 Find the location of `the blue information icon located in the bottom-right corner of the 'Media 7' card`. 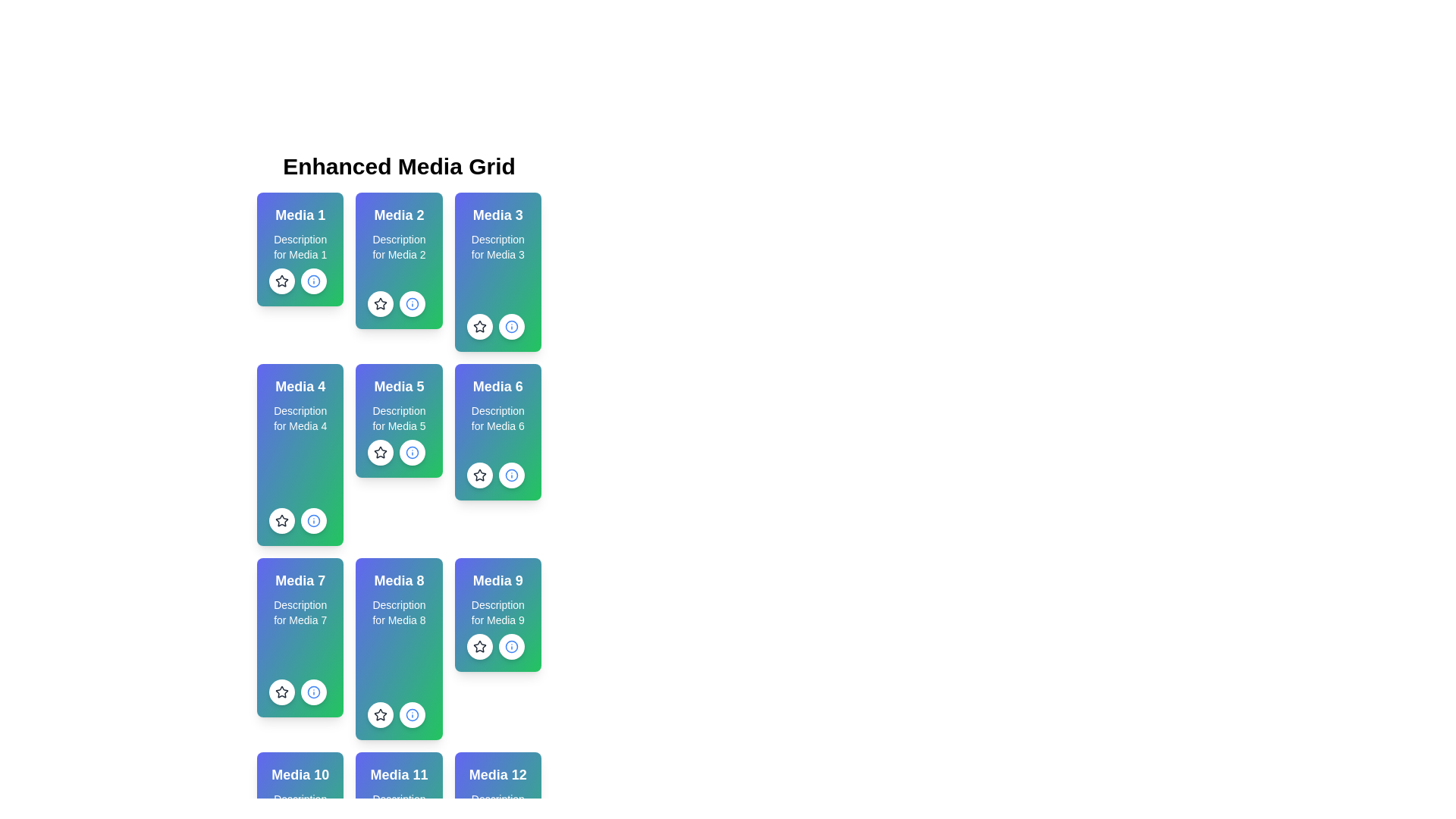

the blue information icon located in the bottom-right corner of the 'Media 7' card is located at coordinates (312, 692).